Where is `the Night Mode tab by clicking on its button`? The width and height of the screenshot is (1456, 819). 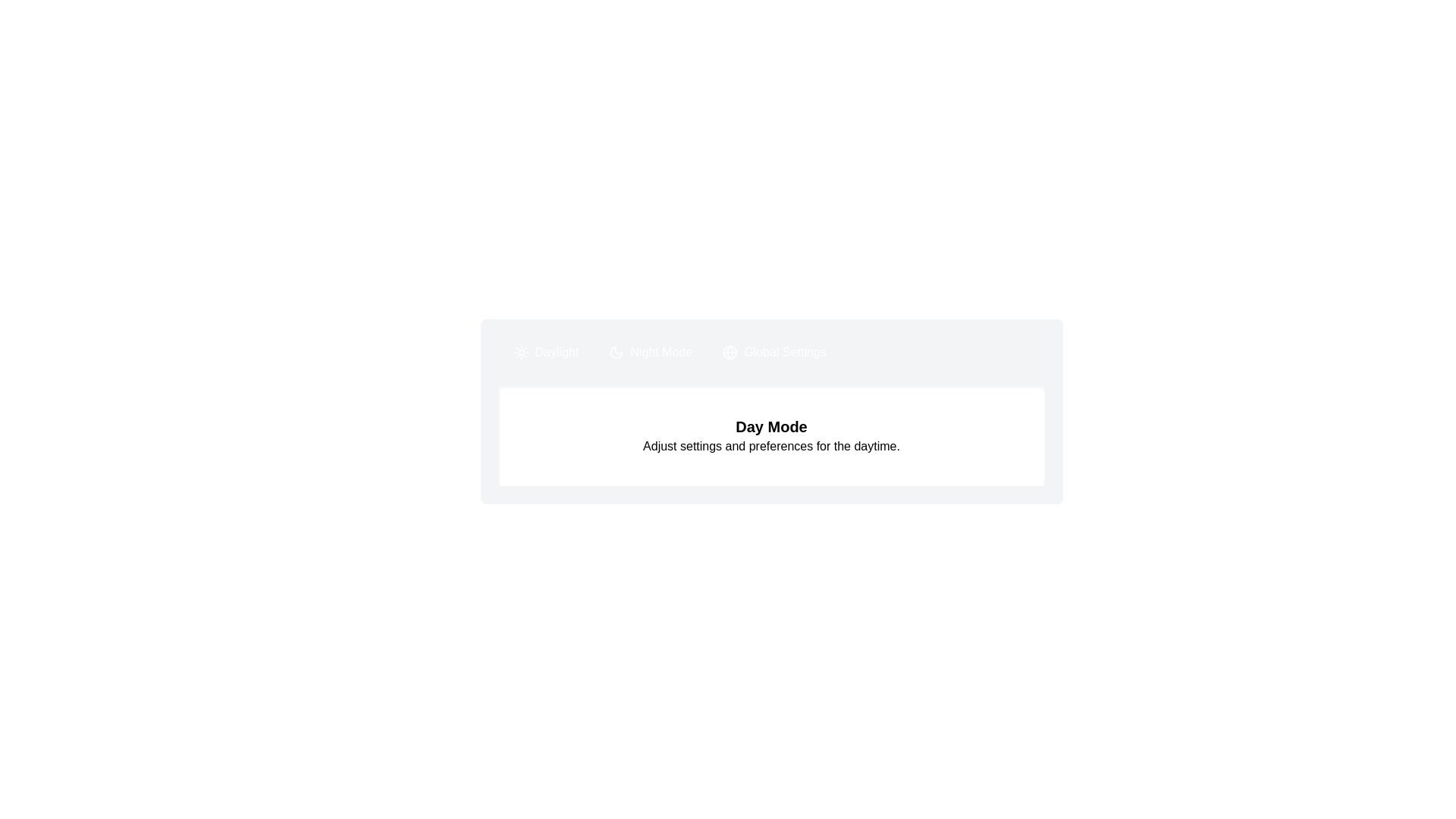
the Night Mode tab by clicking on its button is located at coordinates (651, 353).